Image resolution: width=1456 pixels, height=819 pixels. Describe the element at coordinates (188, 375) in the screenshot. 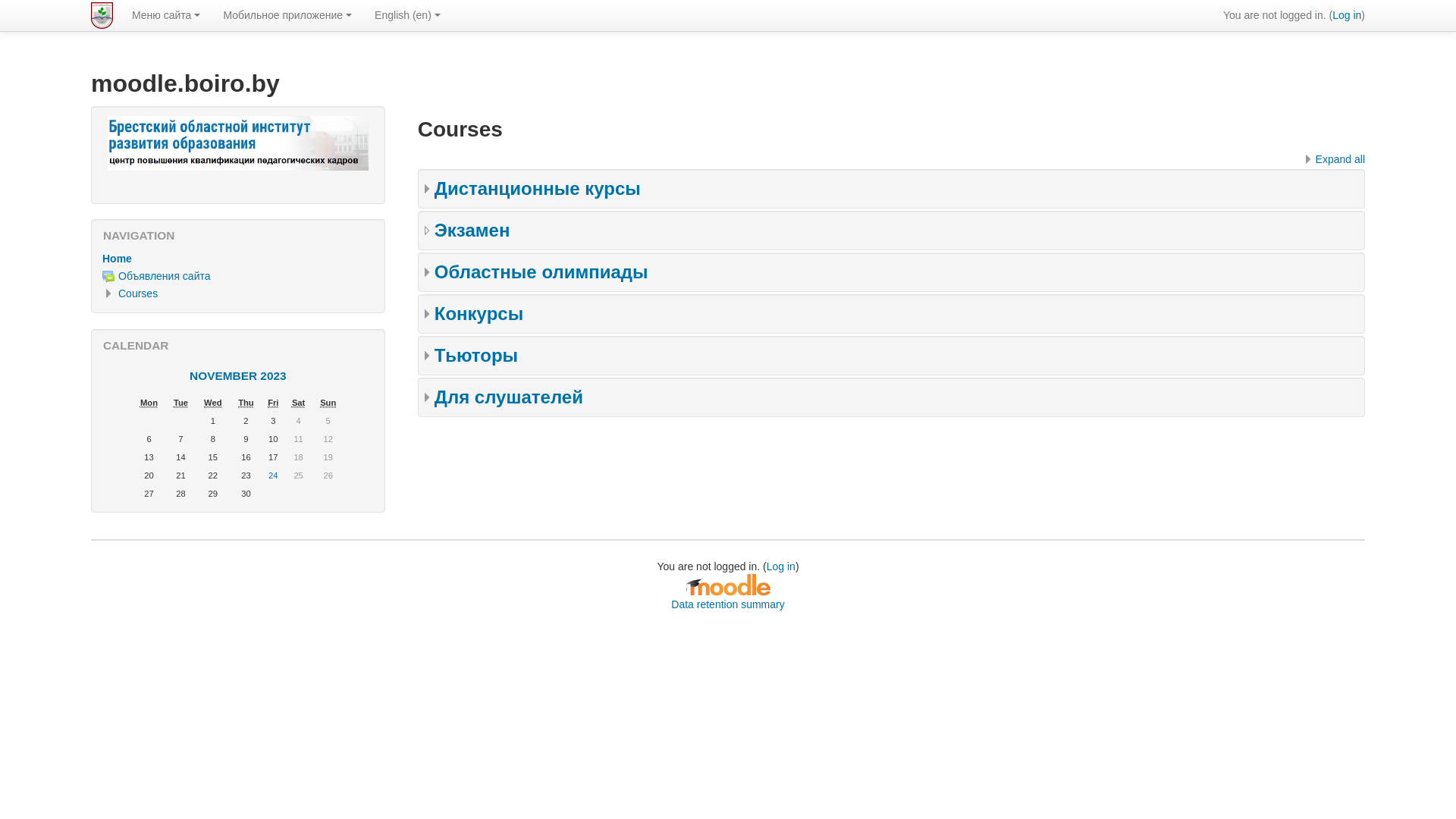

I see `'NOVEMBER 2023'` at that location.